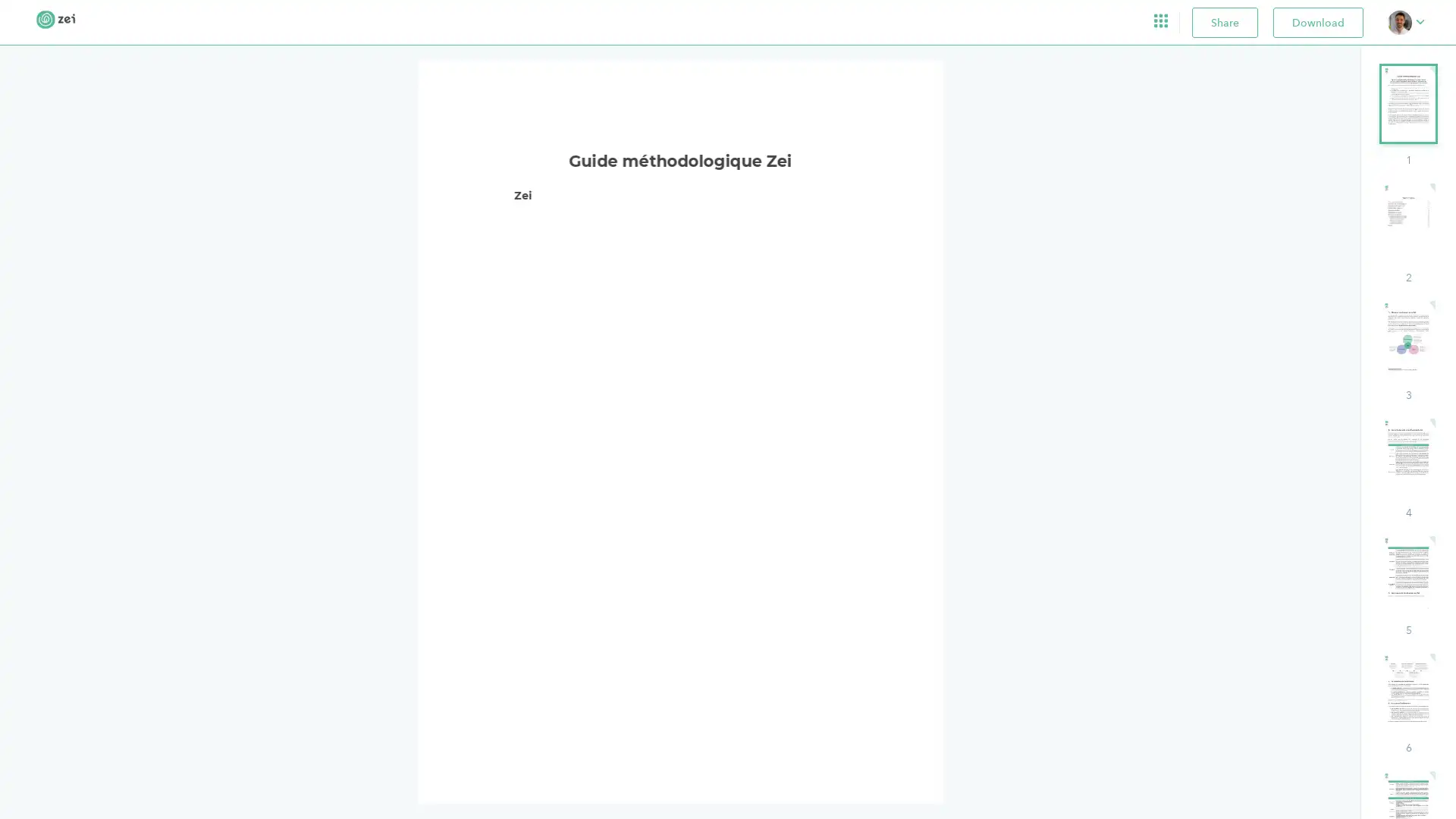  I want to click on Go to previous page, so click(669, 767).